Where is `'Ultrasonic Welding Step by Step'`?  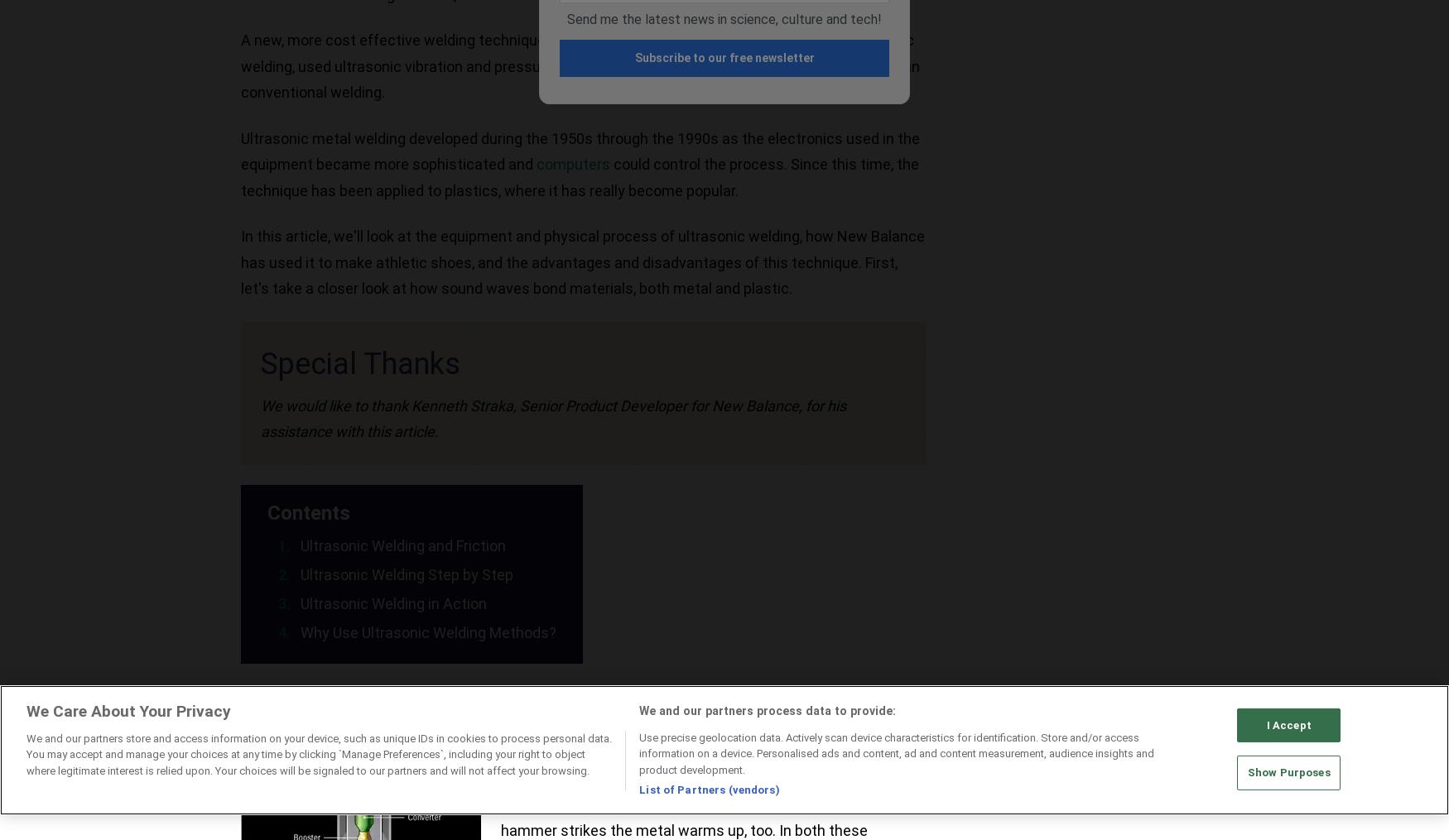
'Ultrasonic Welding Step by Step' is located at coordinates (300, 574).